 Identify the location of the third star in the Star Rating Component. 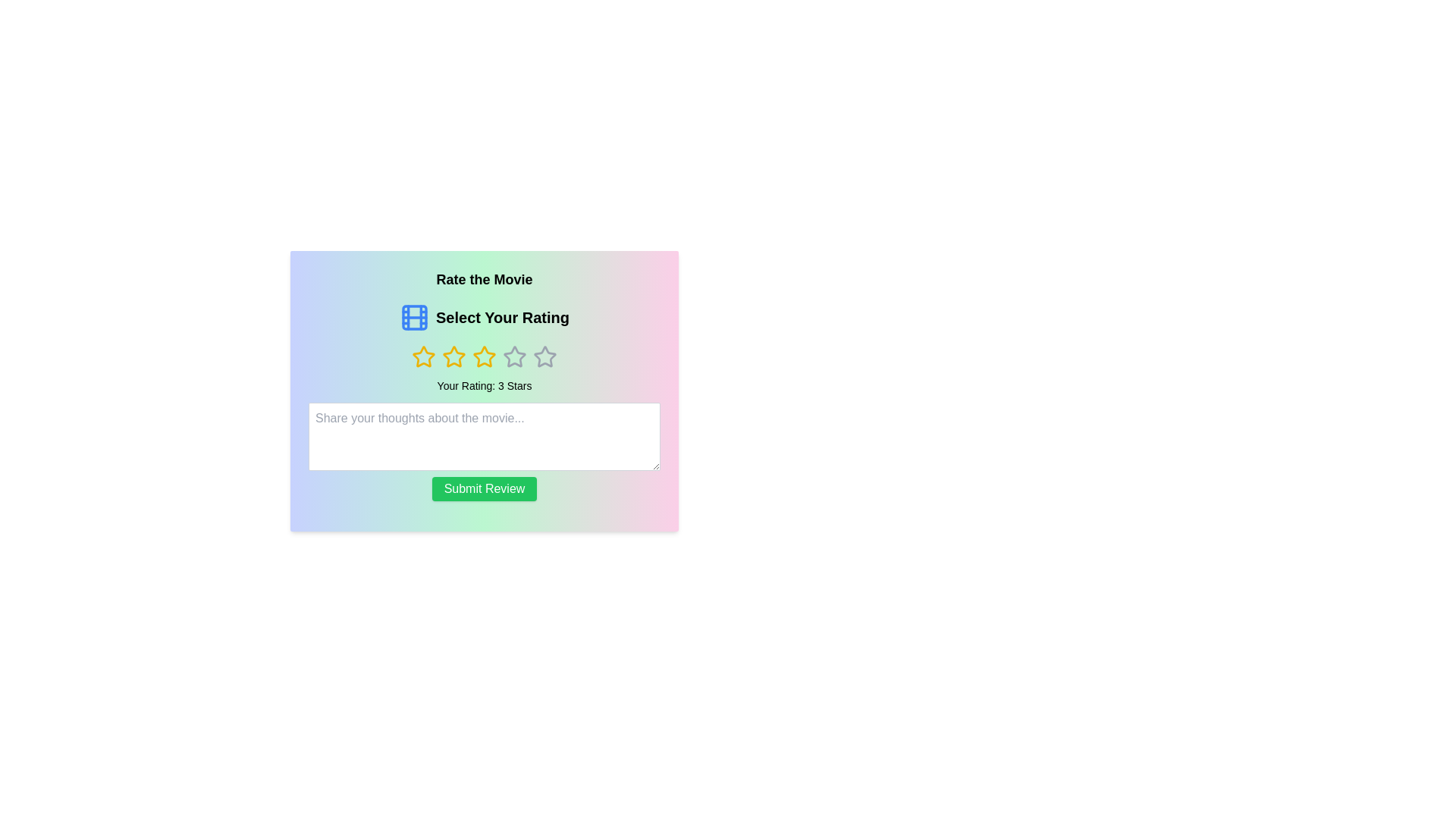
(423, 356).